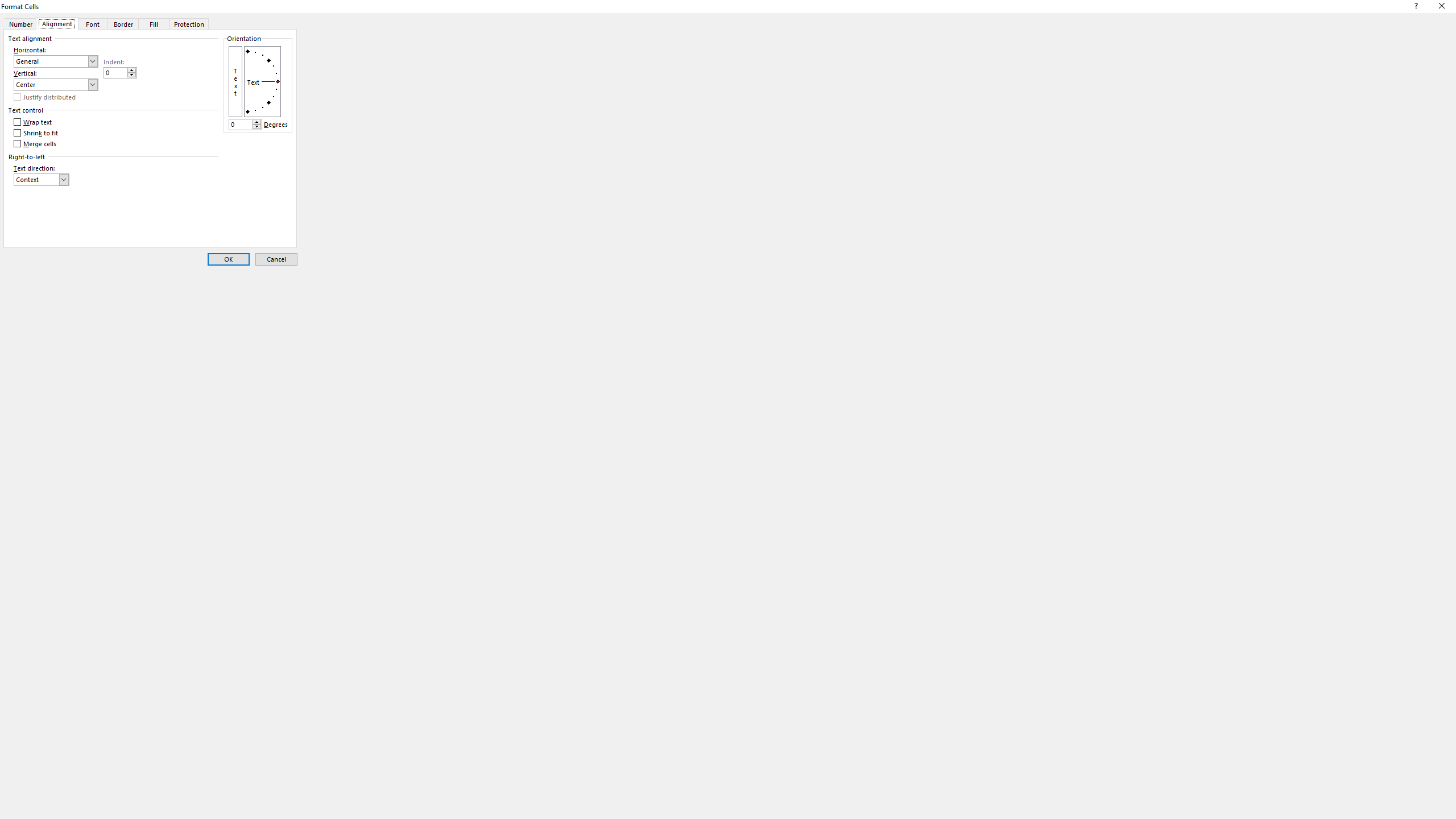 The width and height of the screenshot is (1456, 819). Describe the element at coordinates (123, 23) in the screenshot. I see `'Border'` at that location.